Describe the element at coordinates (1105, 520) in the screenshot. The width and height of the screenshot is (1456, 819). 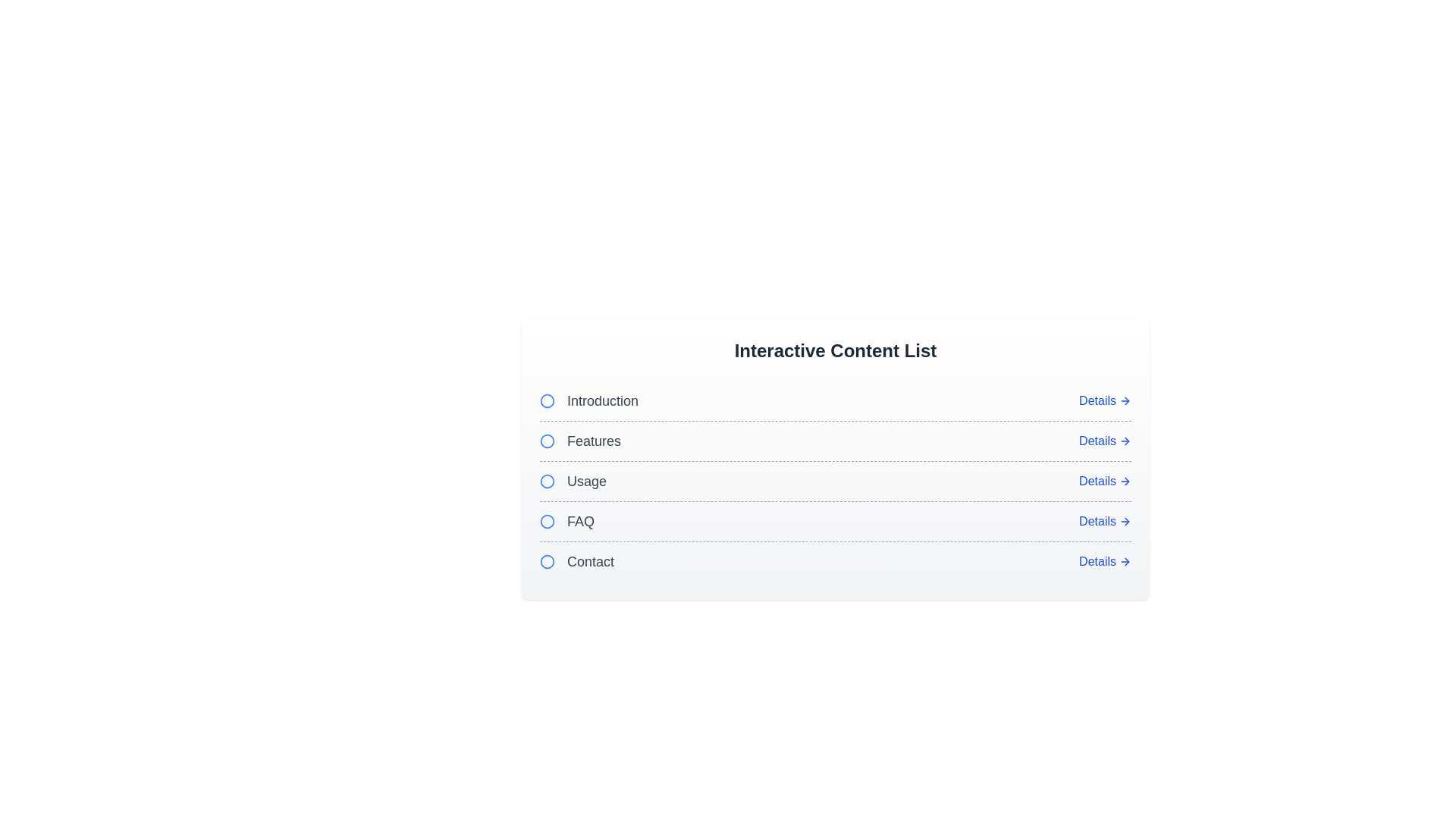
I see `the interactive link located at the far-right of the 'FAQ' section` at that location.